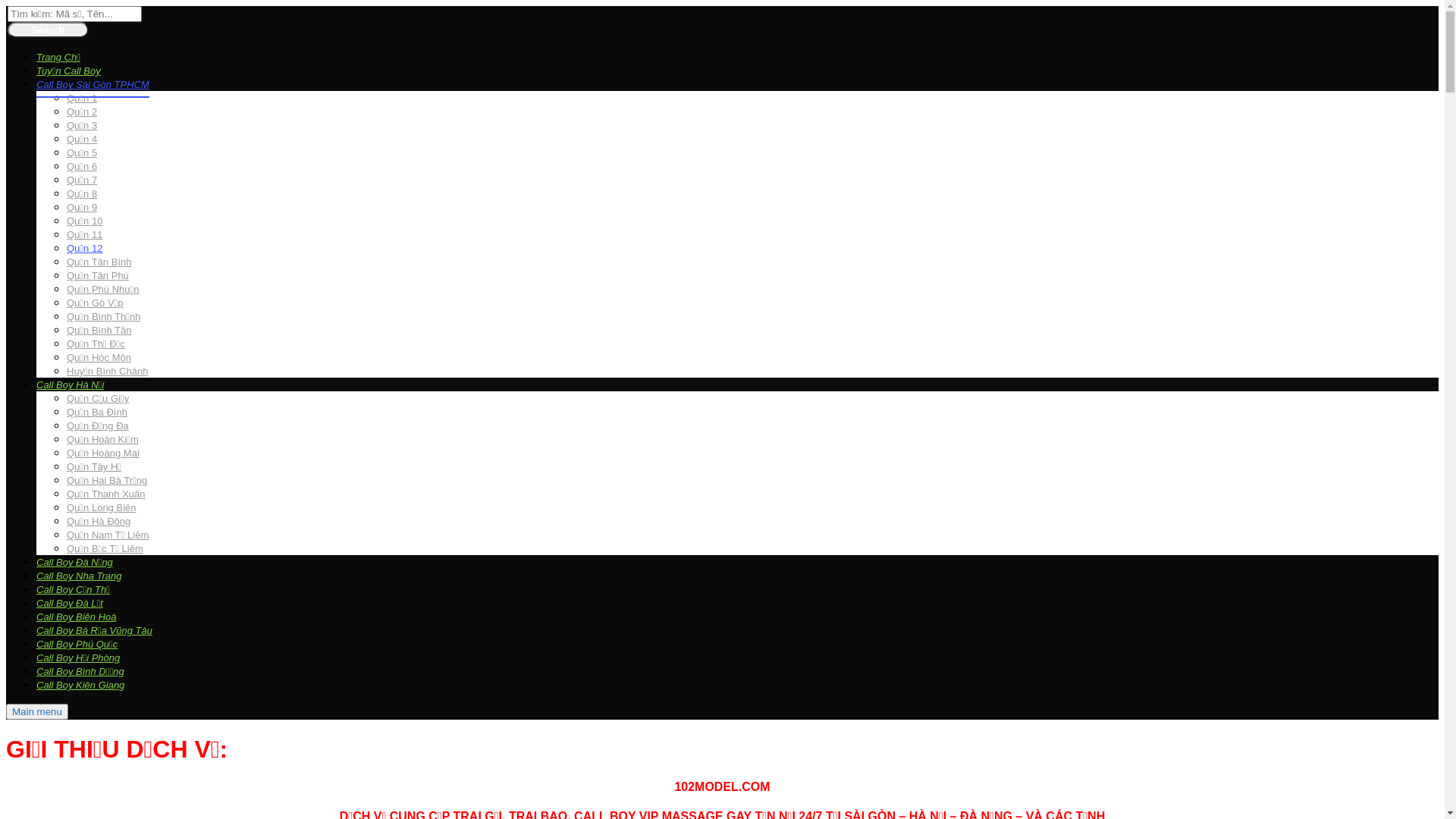 The width and height of the screenshot is (1456, 819). What do you see at coordinates (7, 30) in the screenshot?
I see `'Search'` at bounding box center [7, 30].